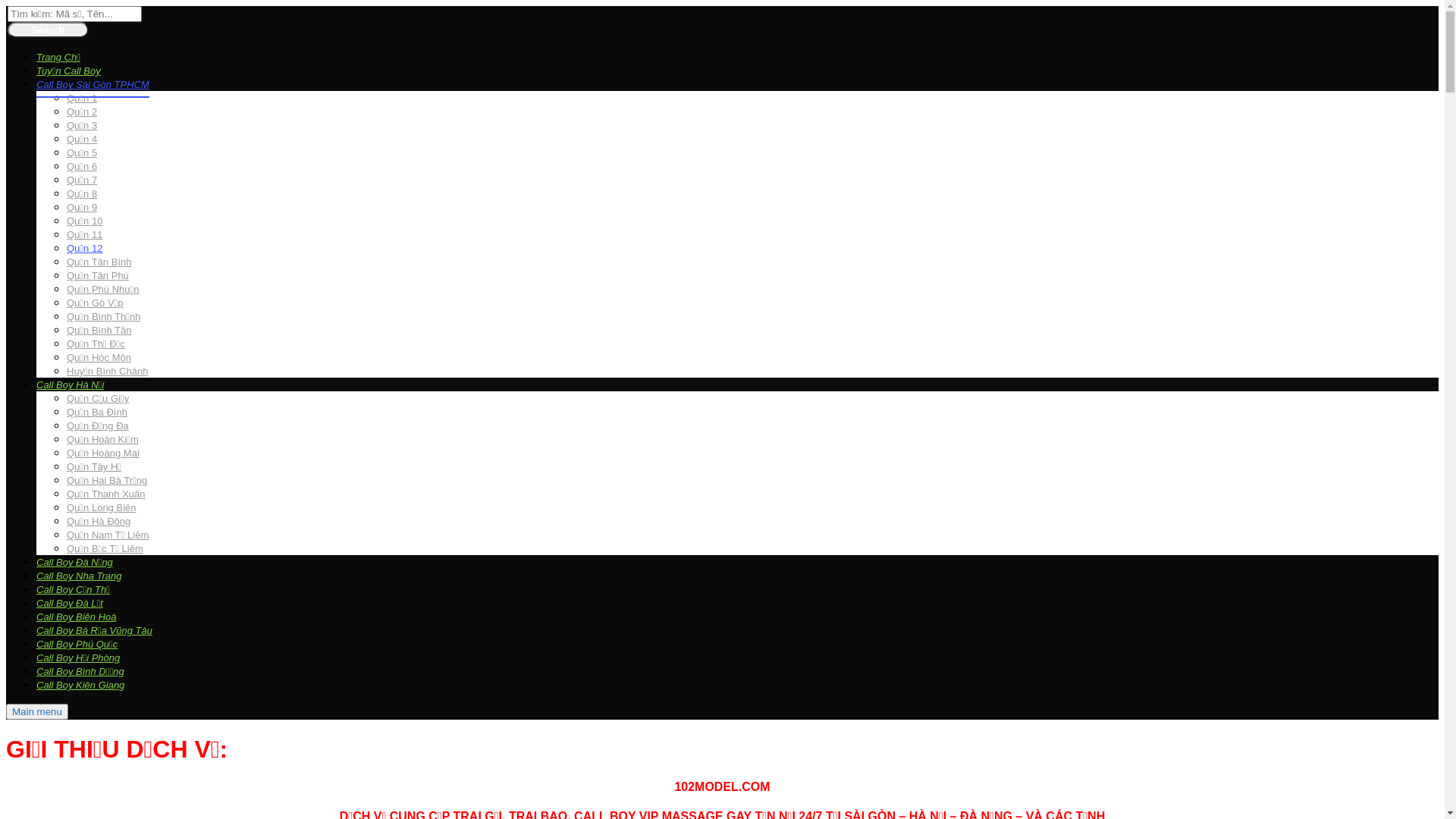 The width and height of the screenshot is (1456, 819). What do you see at coordinates (7, 30) in the screenshot?
I see `'Search'` at bounding box center [7, 30].